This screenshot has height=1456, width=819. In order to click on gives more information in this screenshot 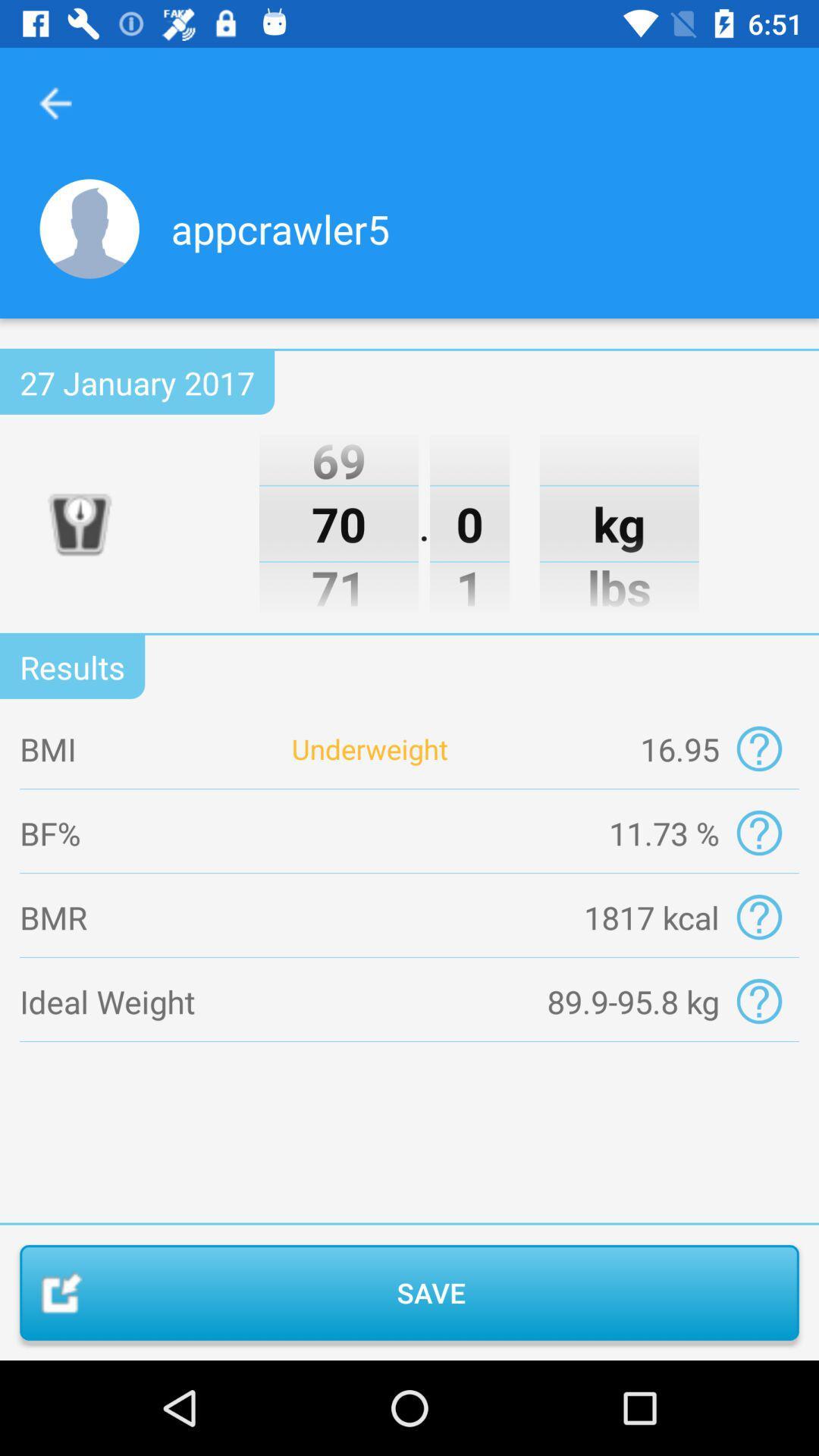, I will do `click(759, 1001)`.